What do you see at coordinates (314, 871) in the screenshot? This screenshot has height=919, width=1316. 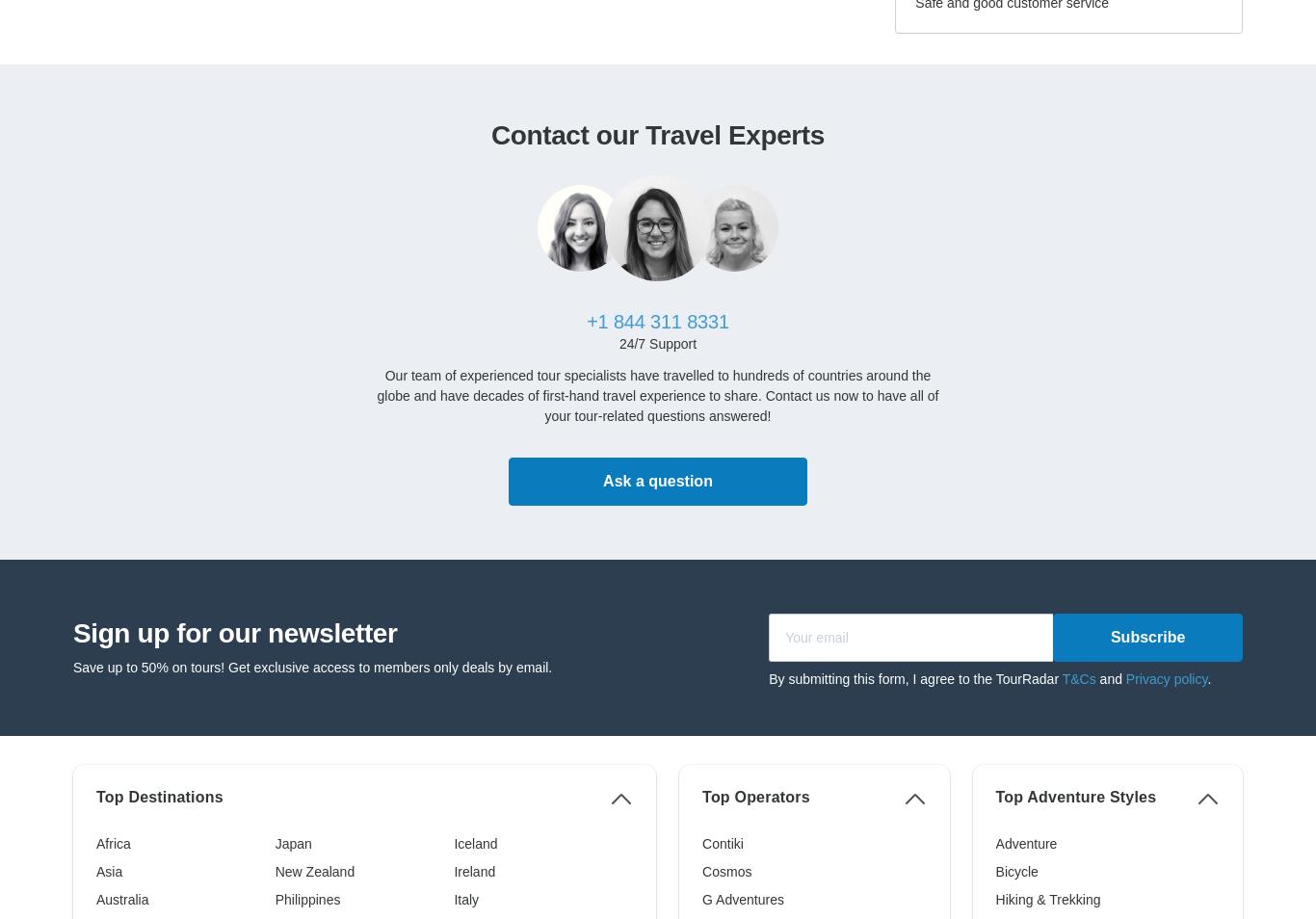 I see `'New Zealand'` at bounding box center [314, 871].